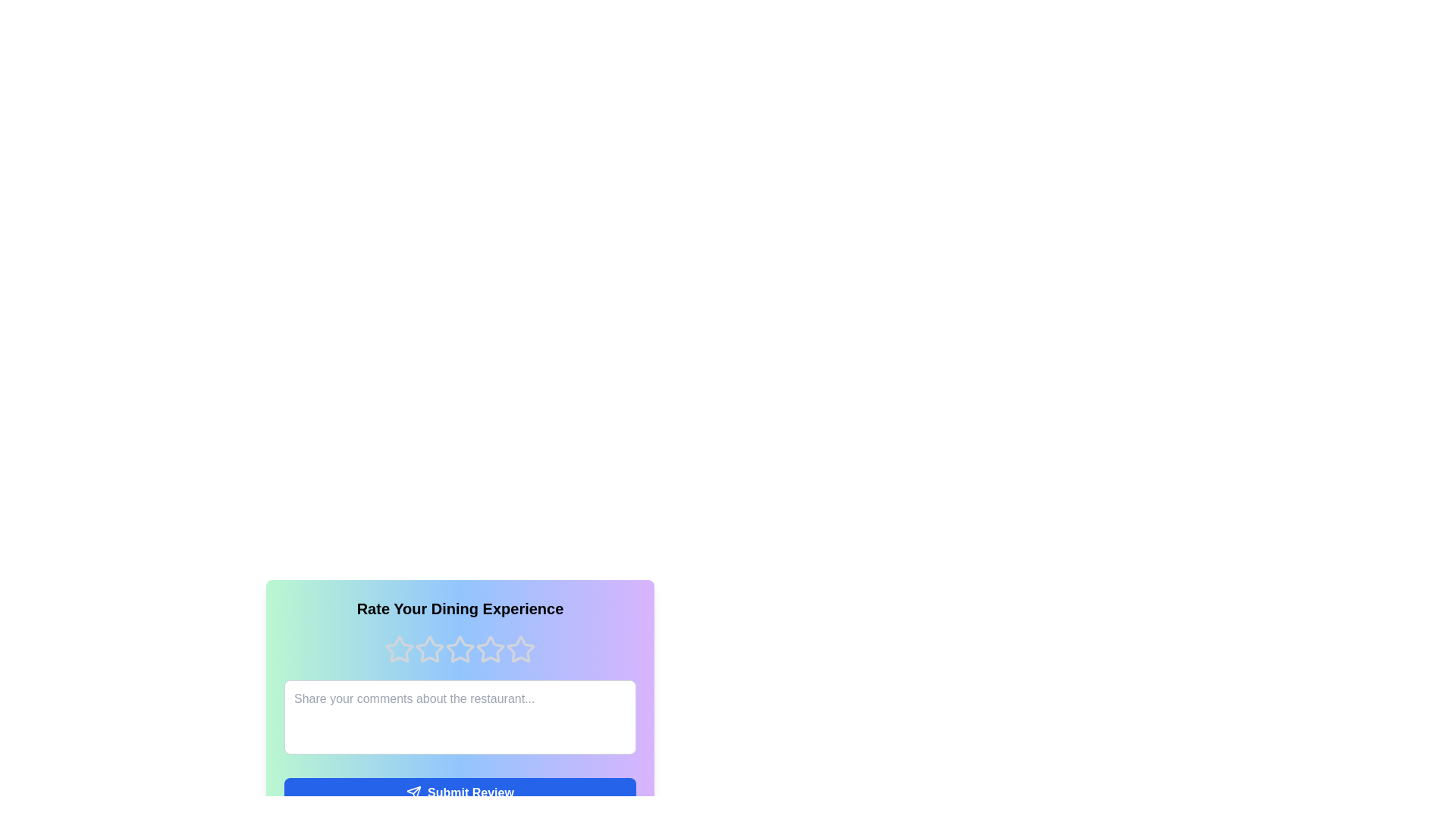 The width and height of the screenshot is (1456, 819). I want to click on the 'Submit Review' button, which has a prominent blue background and a white paper plane icon, so click(459, 792).